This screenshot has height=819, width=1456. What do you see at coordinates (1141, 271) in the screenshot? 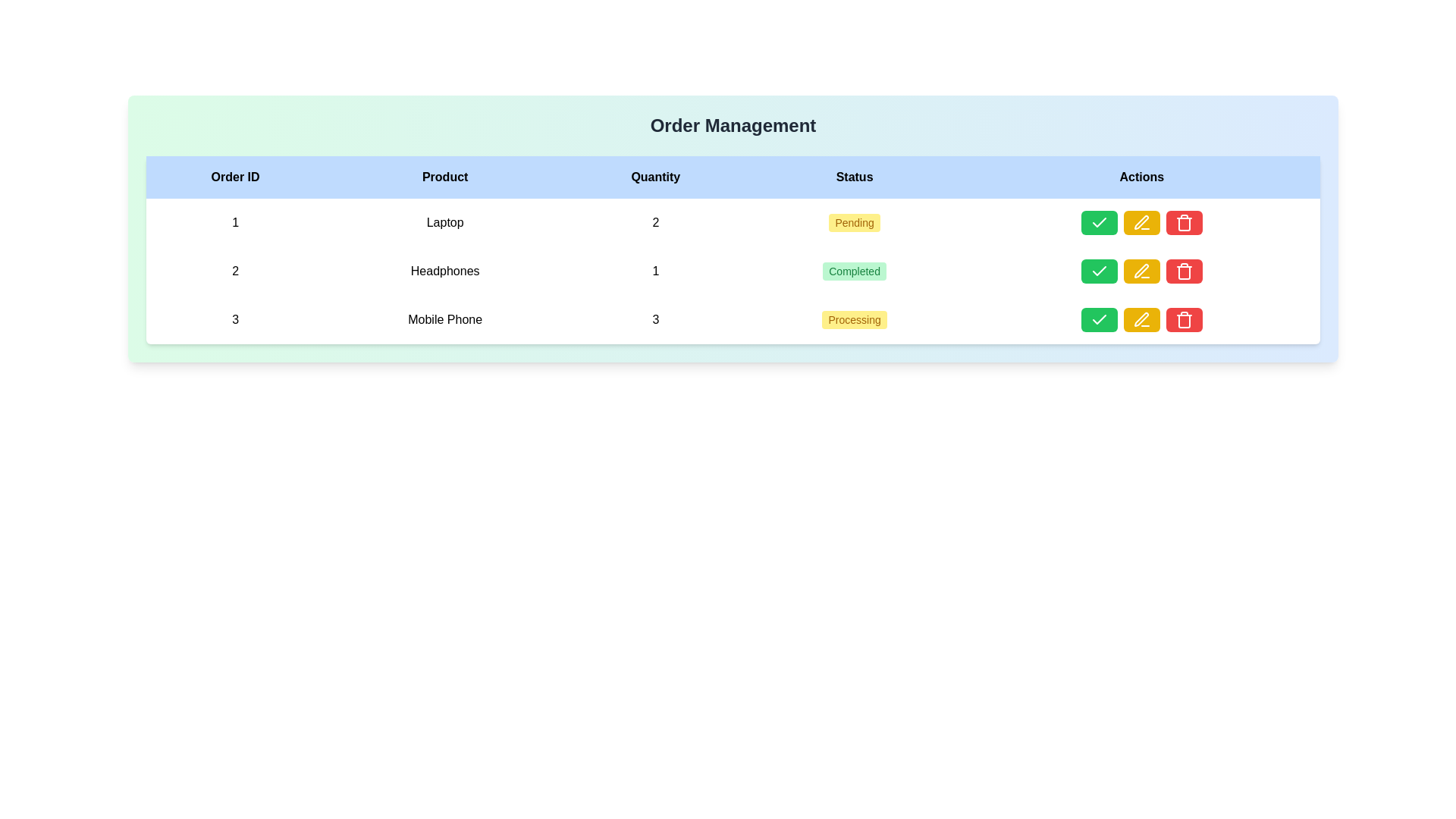
I see `the group of interactive buttons in the 'Actions' column of the 'Order Management' table for the 'Headphones' entry` at bounding box center [1141, 271].